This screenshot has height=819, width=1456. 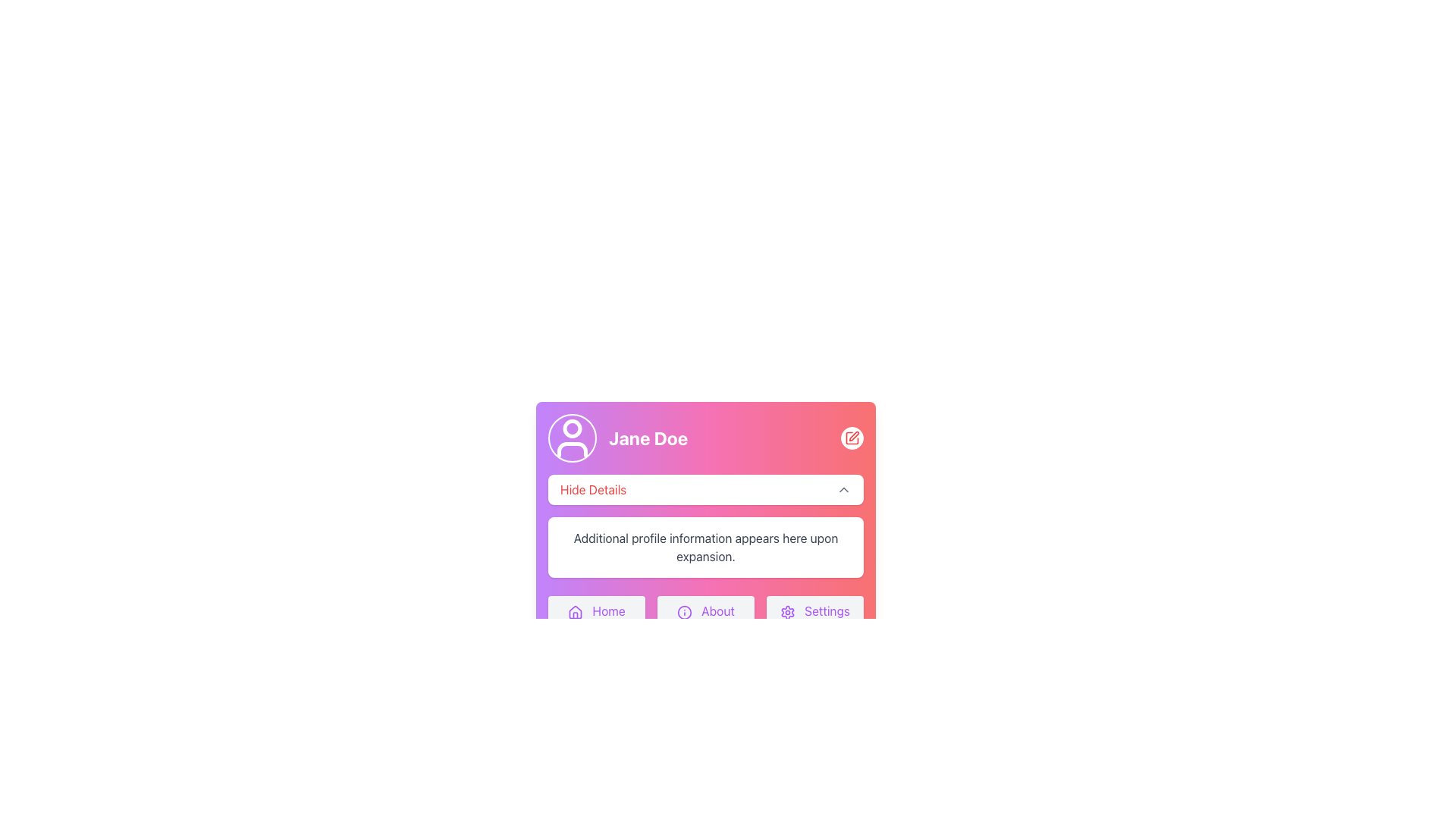 What do you see at coordinates (684, 611) in the screenshot?
I see `the purple outlined circle icon with a question mark inside, which is integrated into the 'About' button in the navigation bar` at bounding box center [684, 611].